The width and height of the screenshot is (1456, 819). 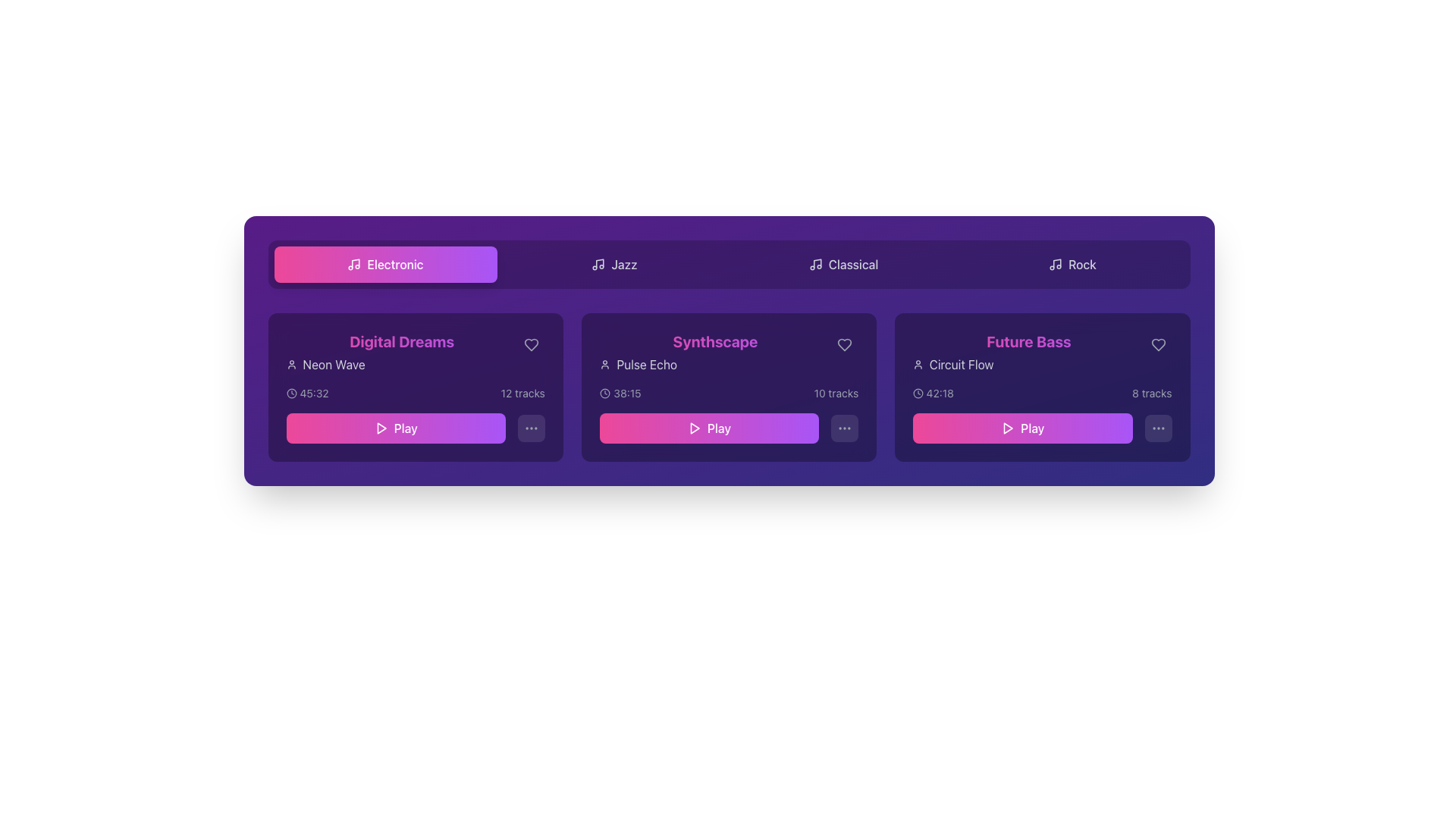 What do you see at coordinates (1072, 263) in the screenshot?
I see `the 'Rock' genre button, which is a text label with a music icon, located in the top right of the navigation bar among other genre buttons` at bounding box center [1072, 263].